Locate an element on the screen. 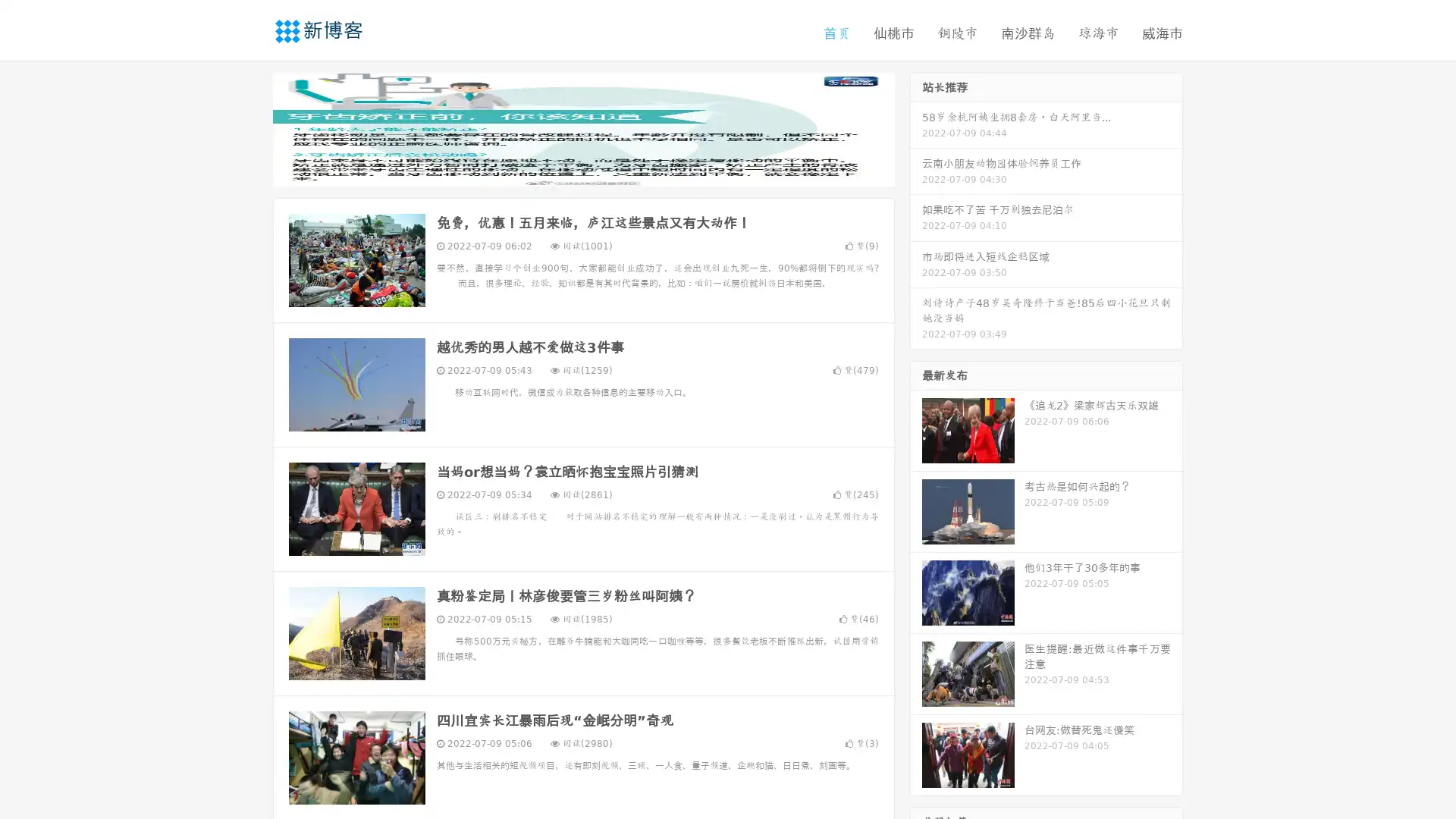 Image resolution: width=1456 pixels, height=819 pixels. Next slide is located at coordinates (916, 127).